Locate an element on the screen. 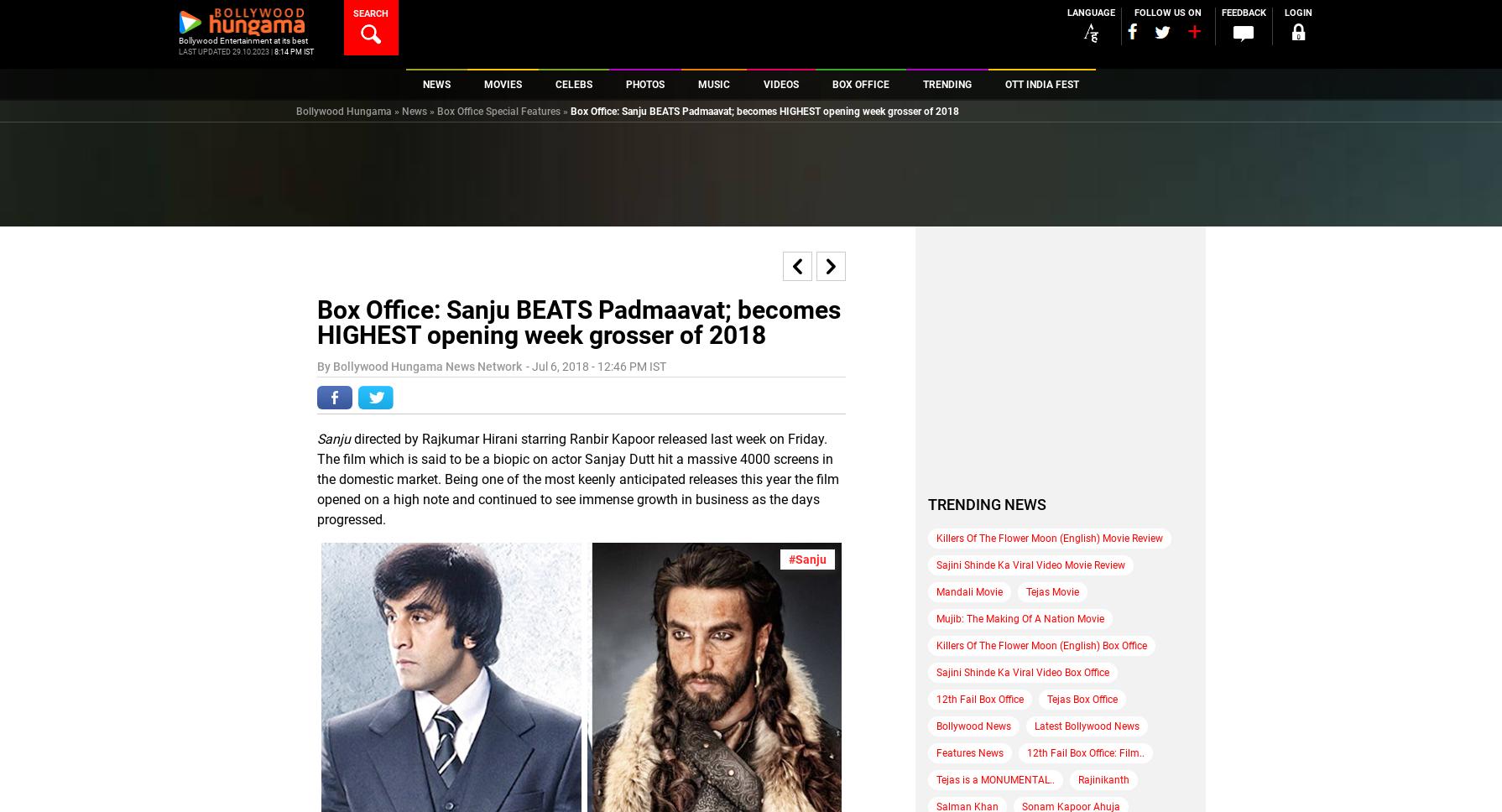  'Sanju' is located at coordinates (333, 439).